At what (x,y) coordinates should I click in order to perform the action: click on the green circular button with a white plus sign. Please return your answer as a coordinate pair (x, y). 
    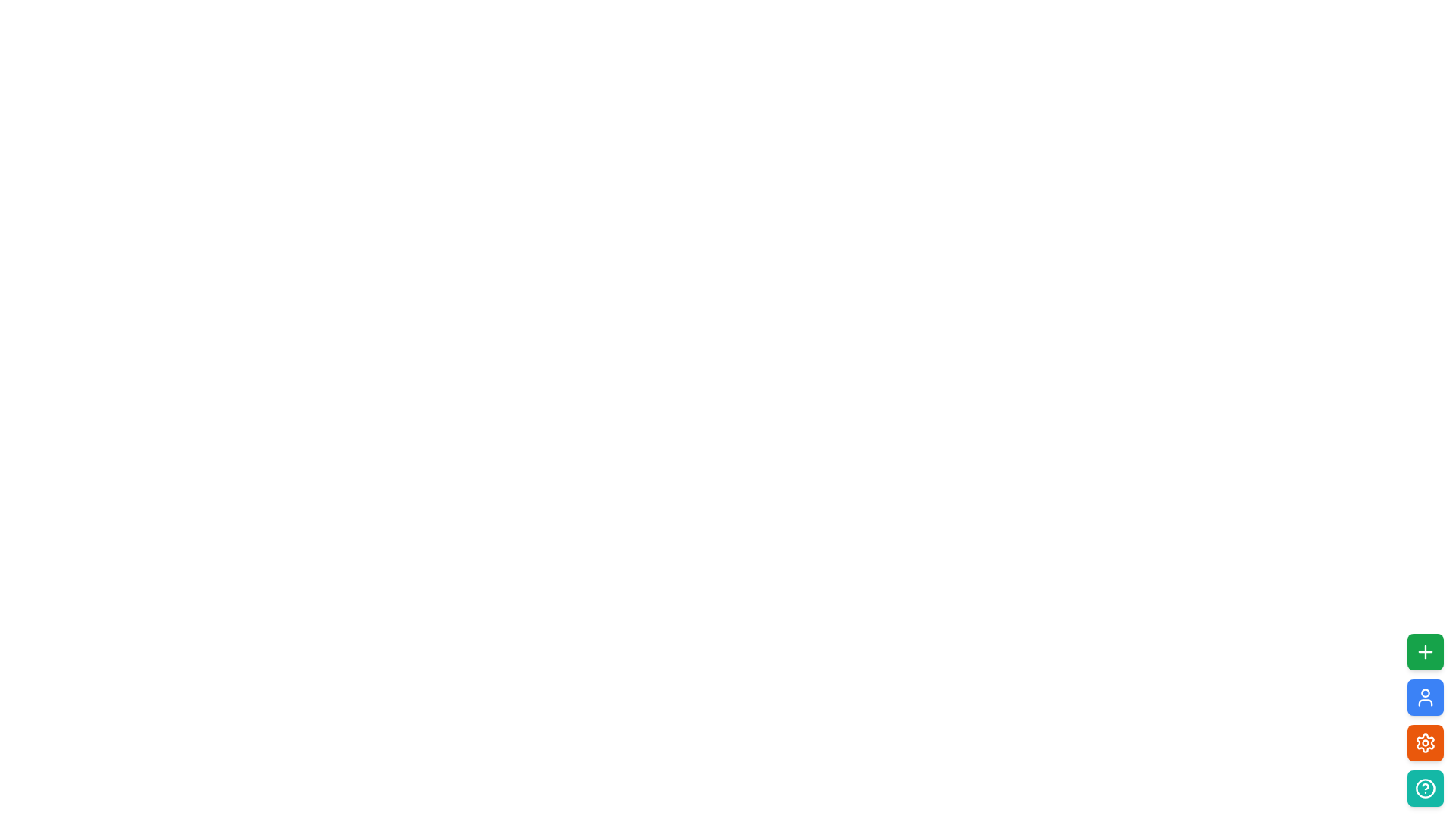
    Looking at the image, I should click on (1425, 651).